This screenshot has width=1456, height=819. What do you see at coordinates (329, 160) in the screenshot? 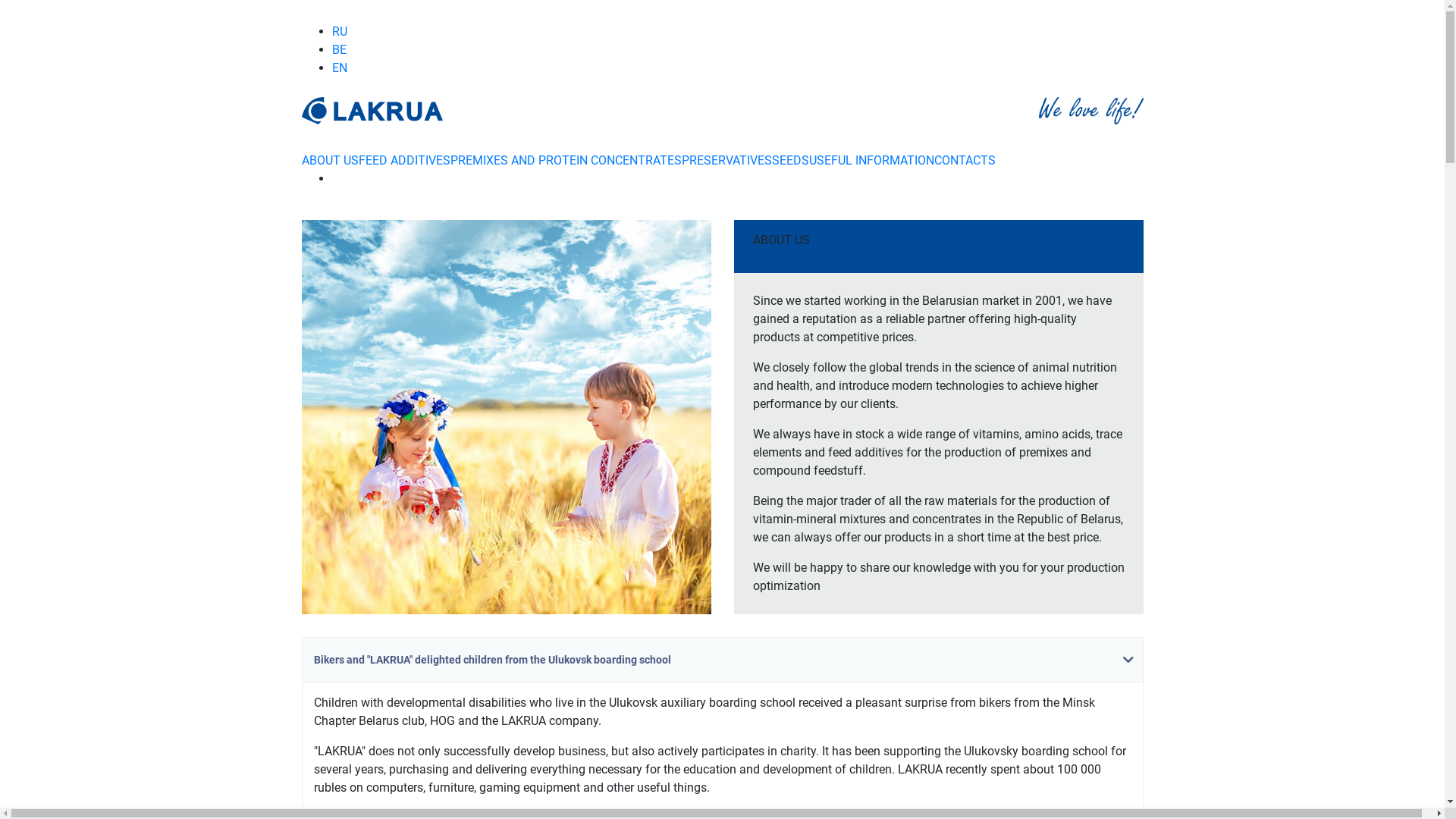
I see `'ABOUT US'` at bounding box center [329, 160].